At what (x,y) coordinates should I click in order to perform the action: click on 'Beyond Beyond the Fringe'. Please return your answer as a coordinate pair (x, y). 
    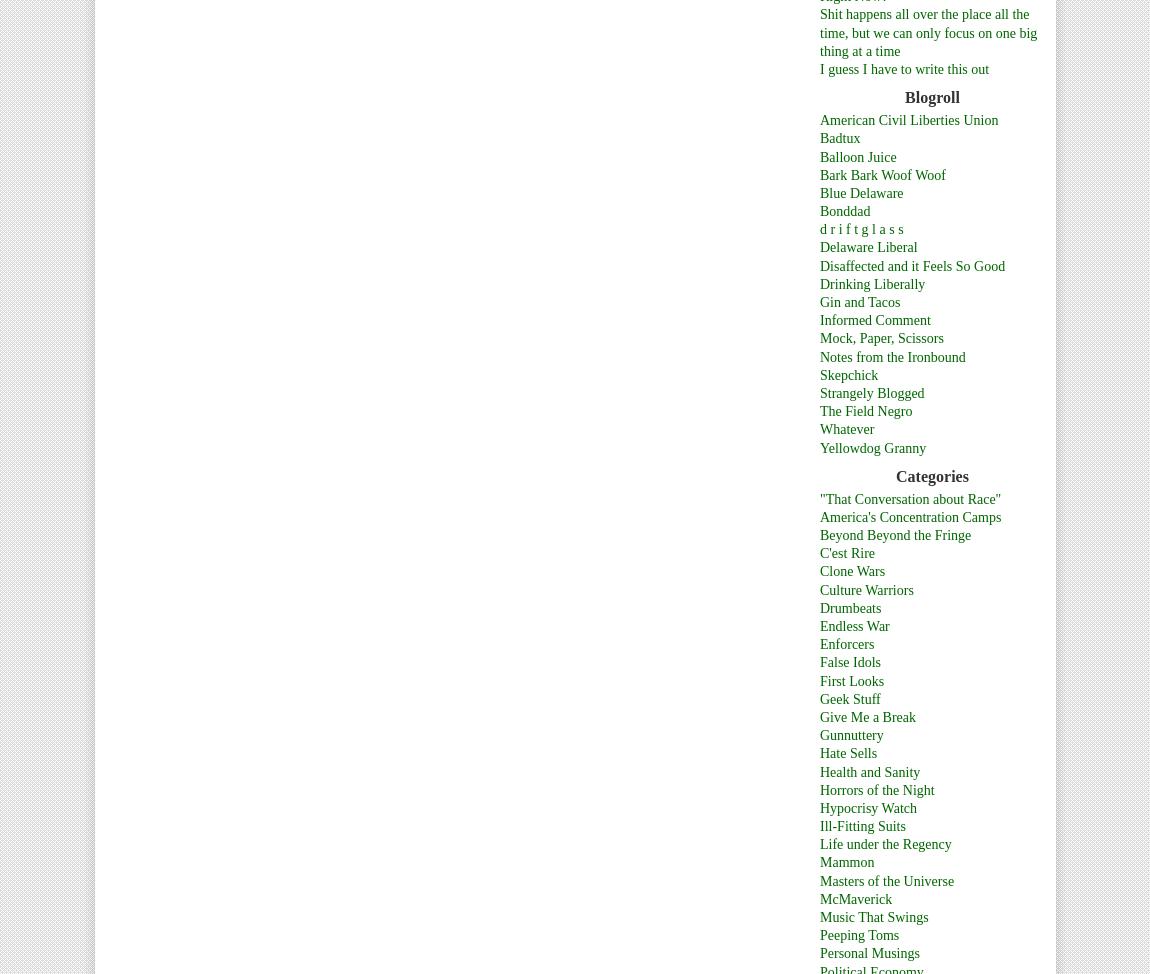
    Looking at the image, I should click on (895, 535).